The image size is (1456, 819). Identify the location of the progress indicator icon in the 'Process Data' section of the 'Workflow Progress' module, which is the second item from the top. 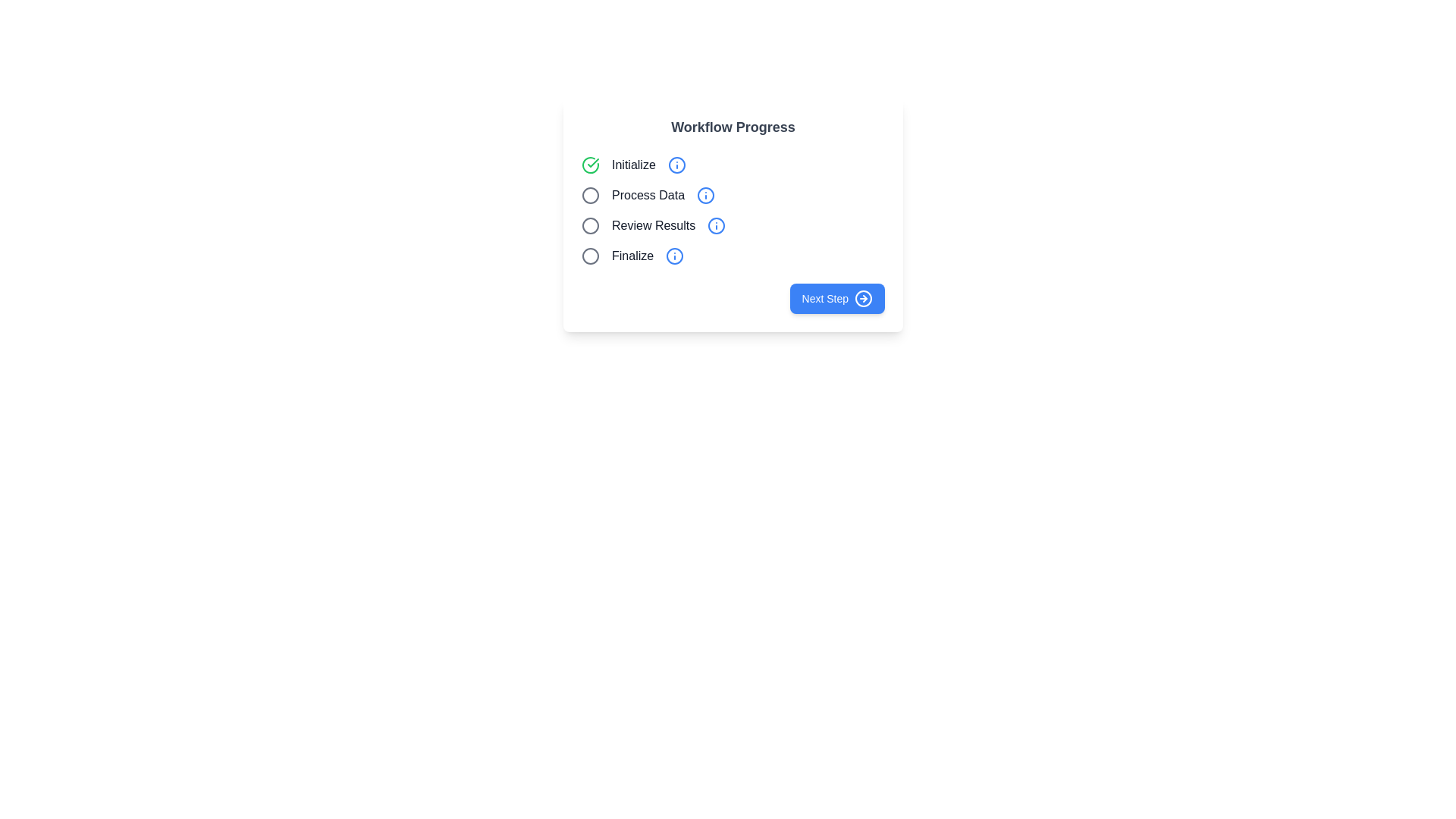
(705, 195).